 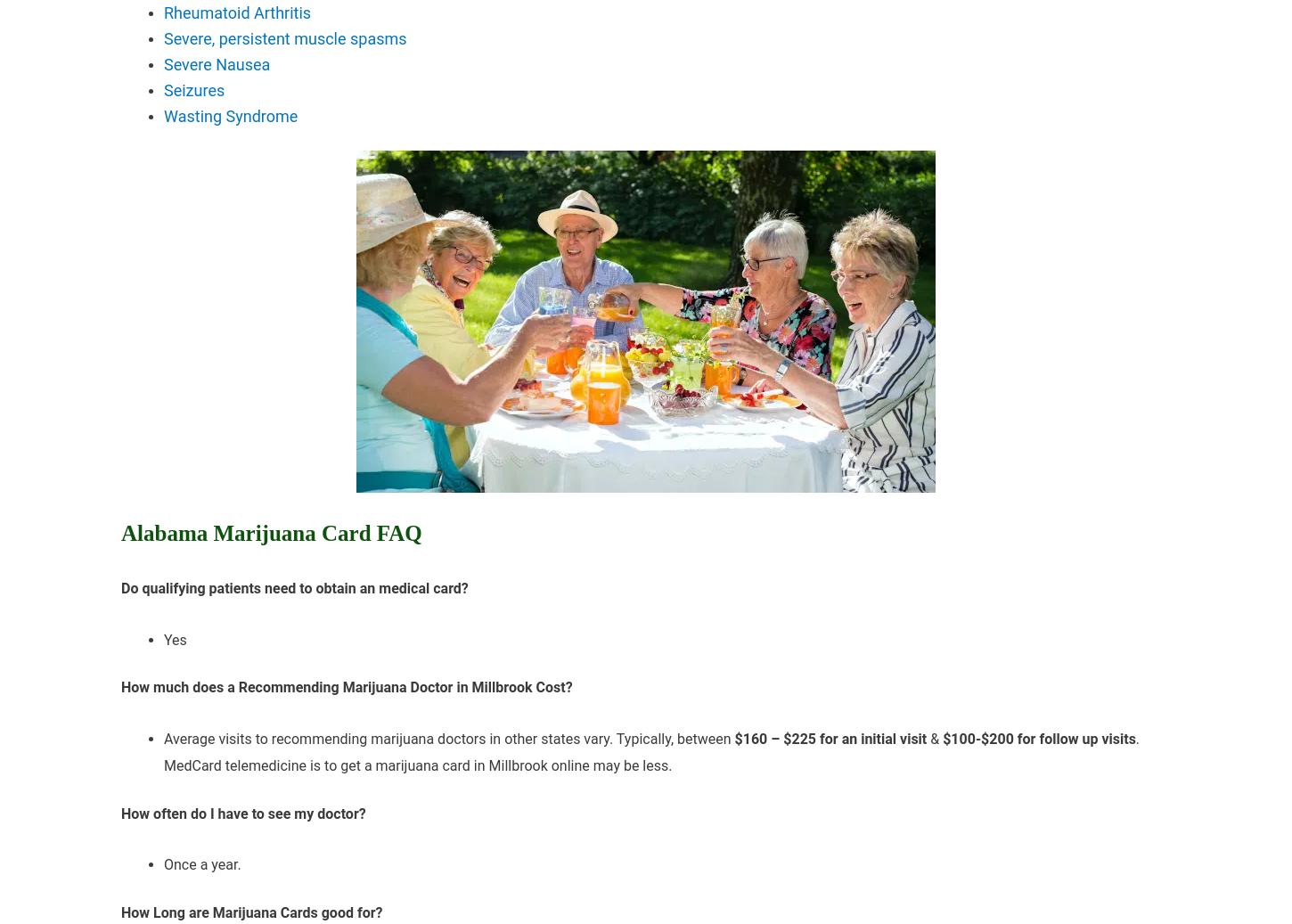 What do you see at coordinates (734, 739) in the screenshot?
I see `'$160 – $225 for an initial visit'` at bounding box center [734, 739].